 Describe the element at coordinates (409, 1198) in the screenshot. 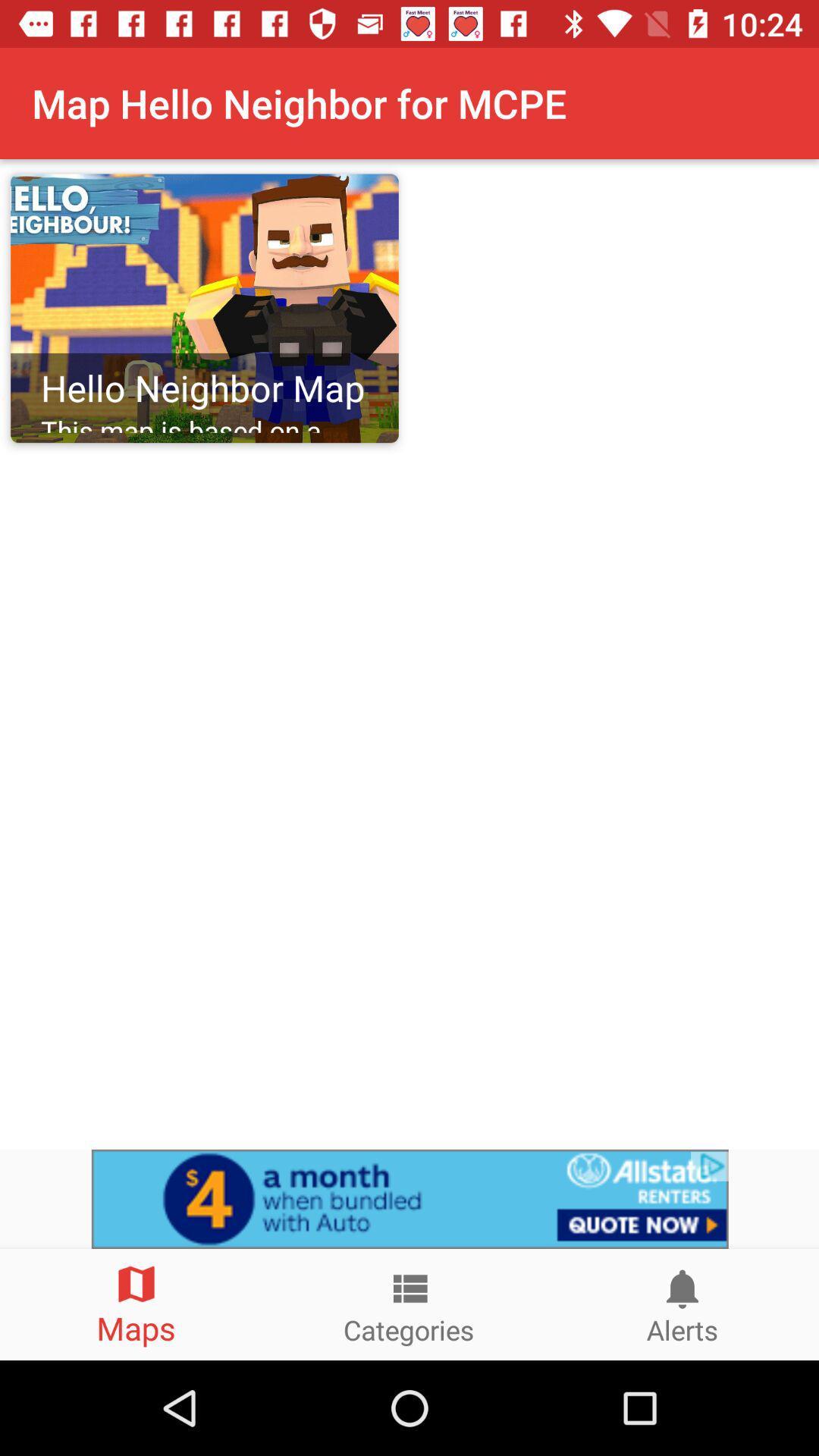

I see `view advertisements options` at that location.